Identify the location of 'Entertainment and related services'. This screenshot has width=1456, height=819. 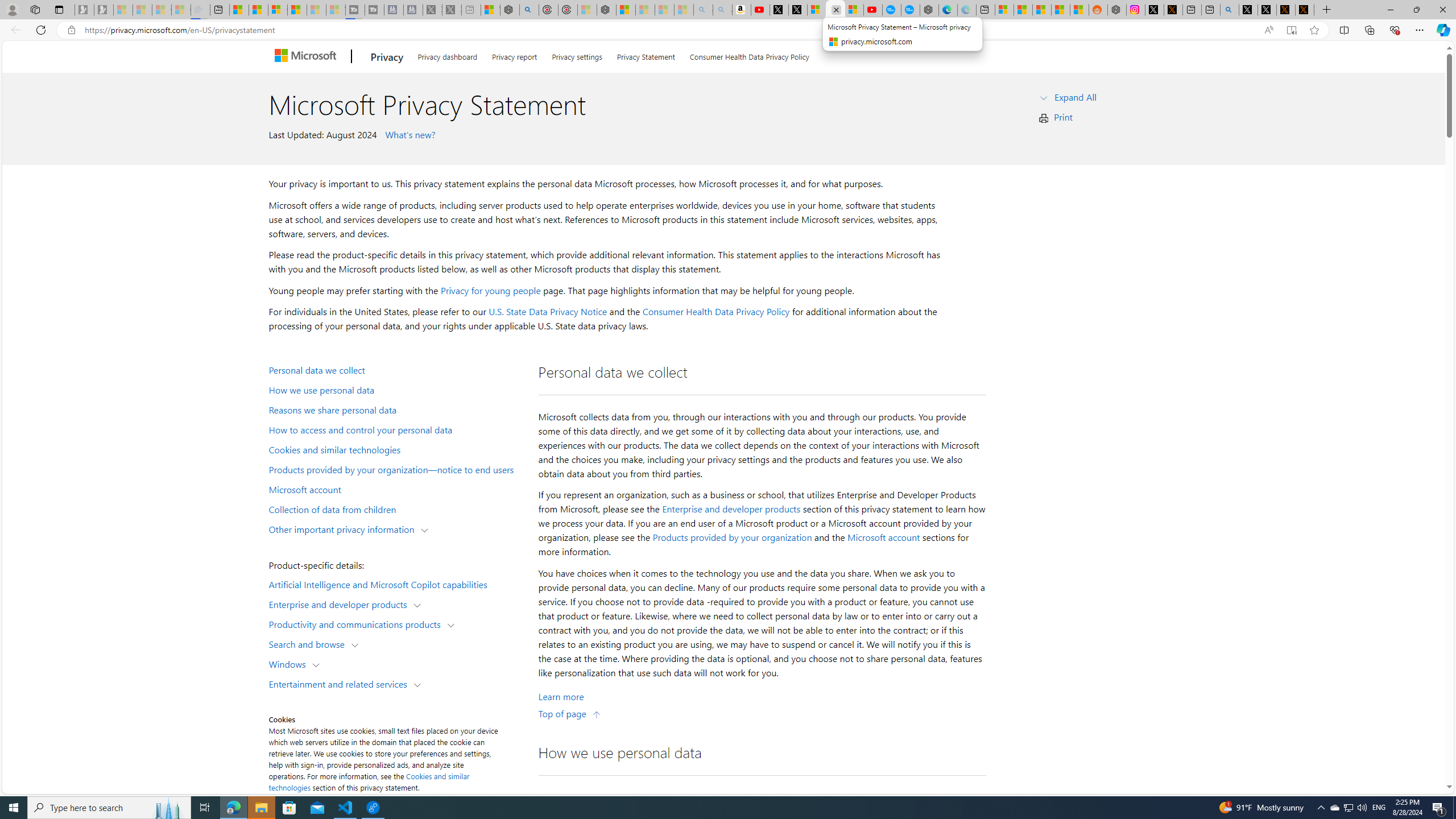
(341, 682).